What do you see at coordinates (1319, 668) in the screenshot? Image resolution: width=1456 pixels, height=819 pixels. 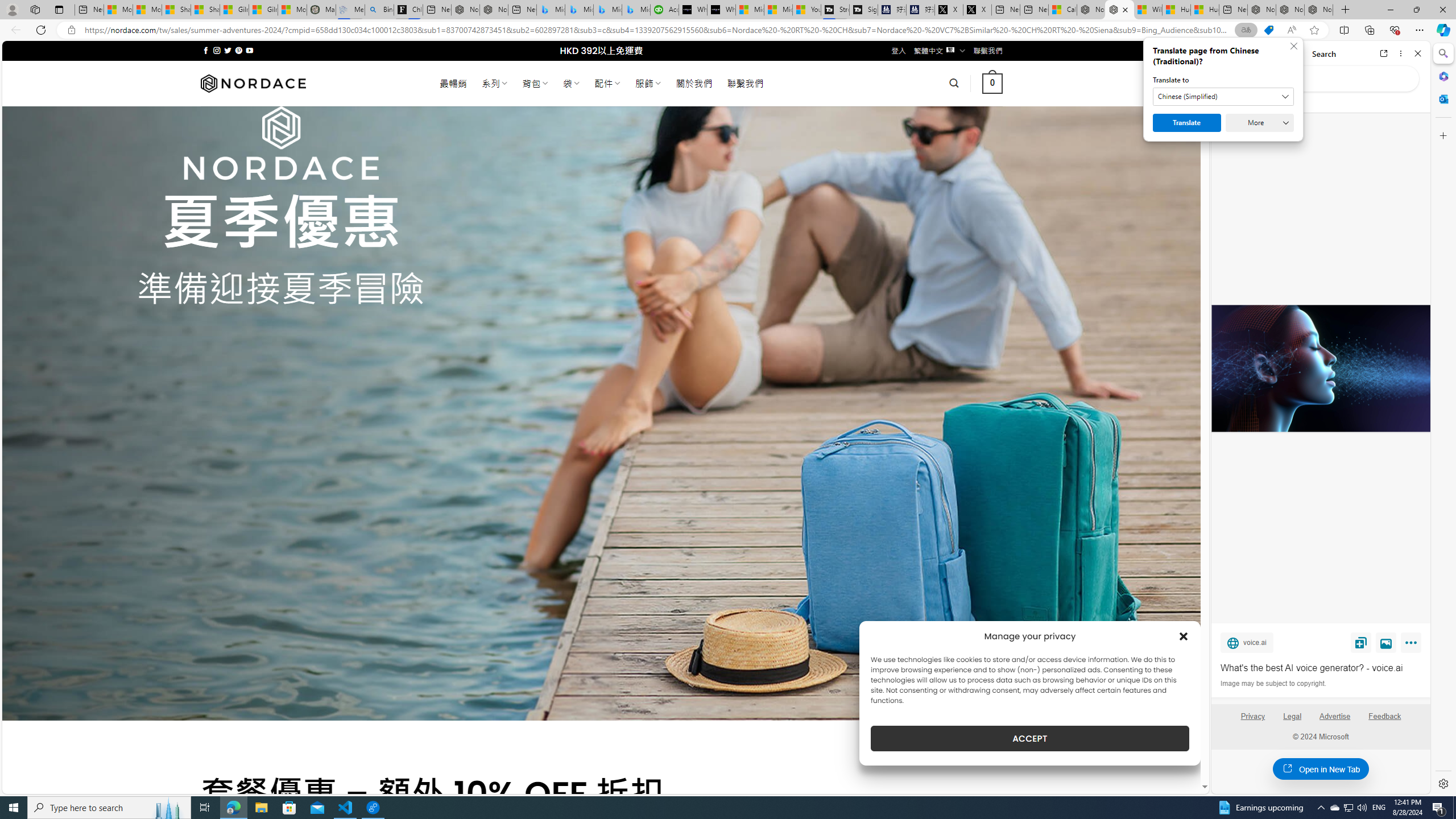 I see `'What'` at bounding box center [1319, 668].